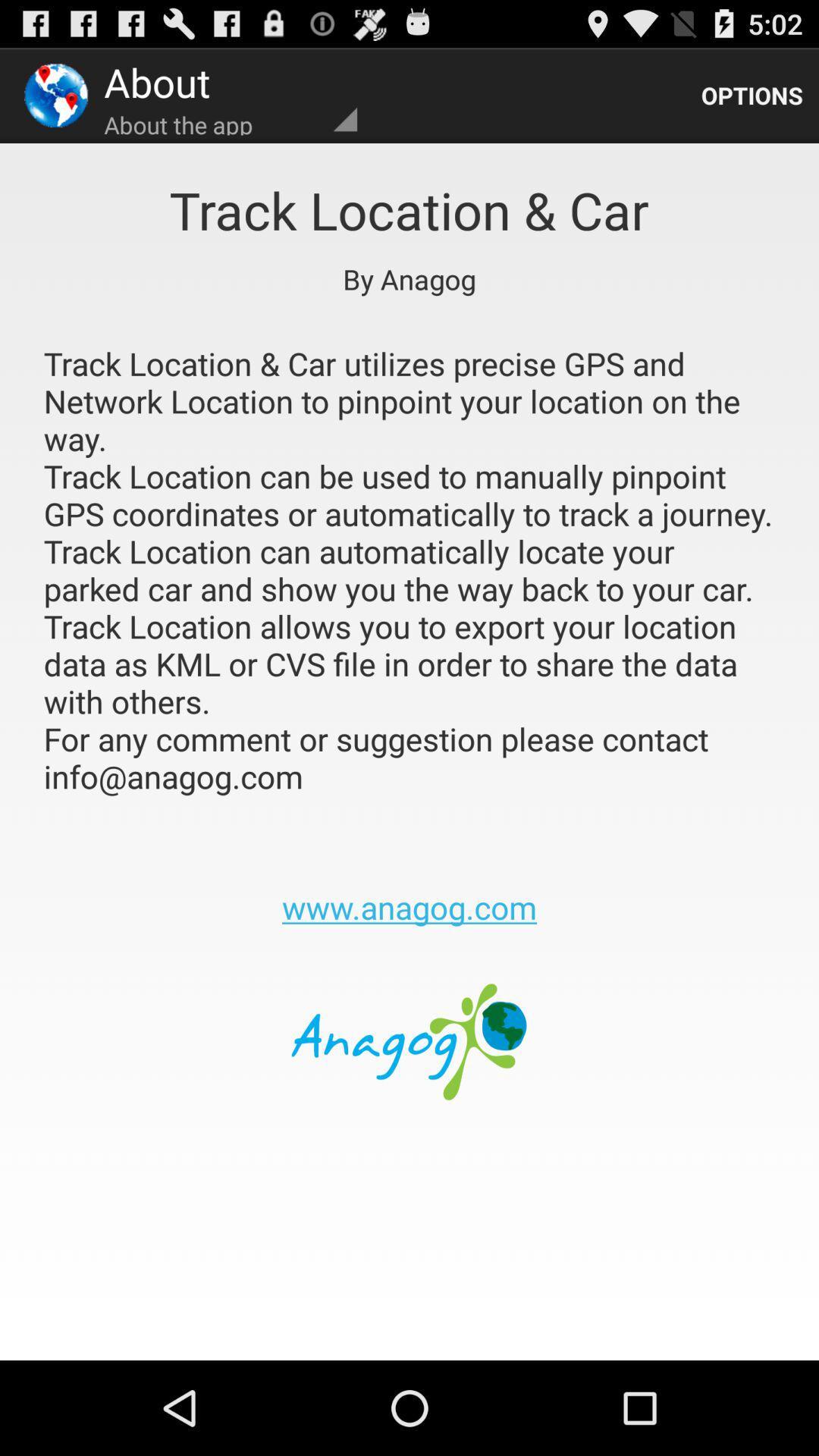 The image size is (819, 1456). I want to click on the item at the top right corner, so click(752, 94).